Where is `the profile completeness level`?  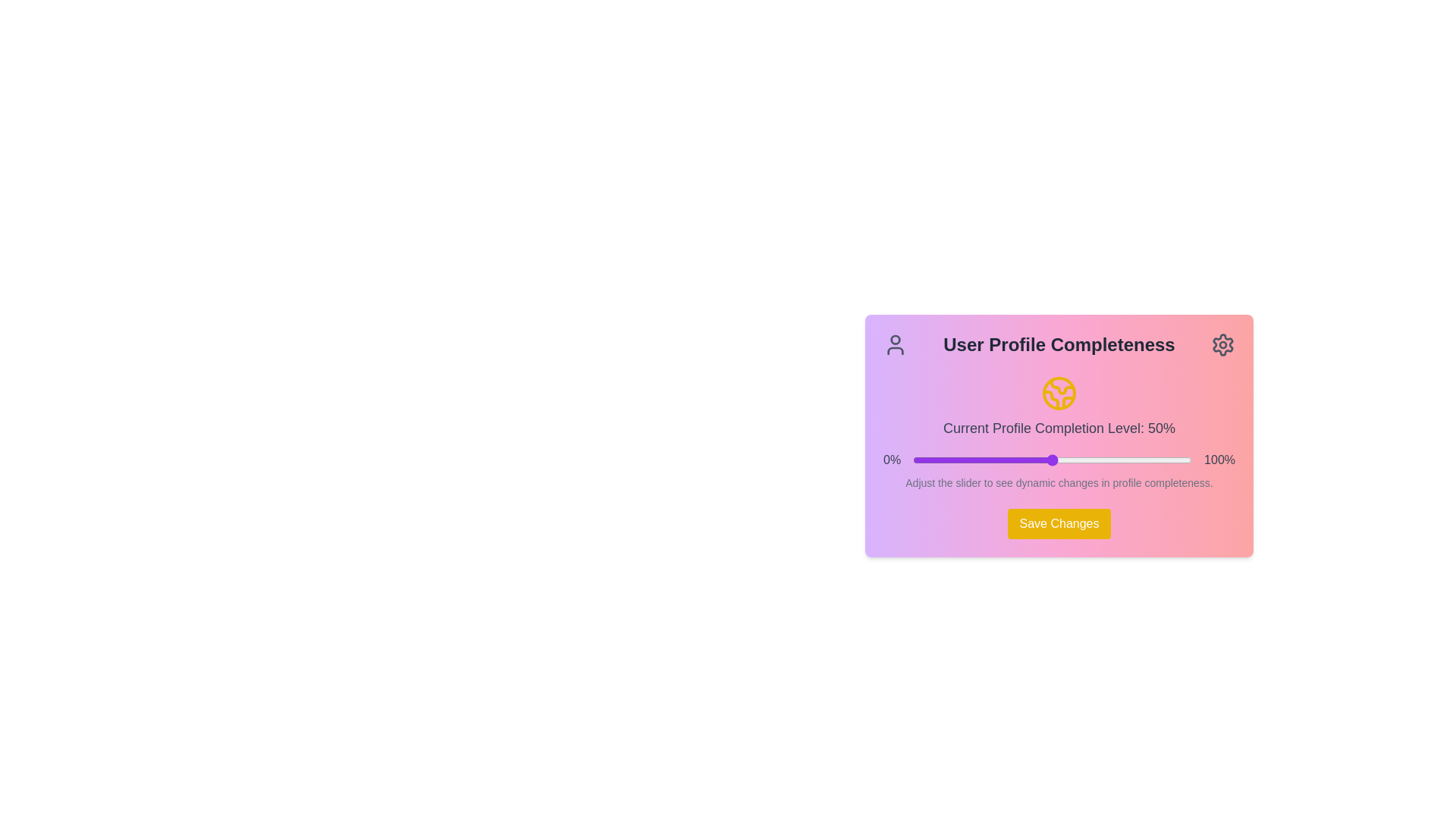
the profile completeness level is located at coordinates (1166, 459).